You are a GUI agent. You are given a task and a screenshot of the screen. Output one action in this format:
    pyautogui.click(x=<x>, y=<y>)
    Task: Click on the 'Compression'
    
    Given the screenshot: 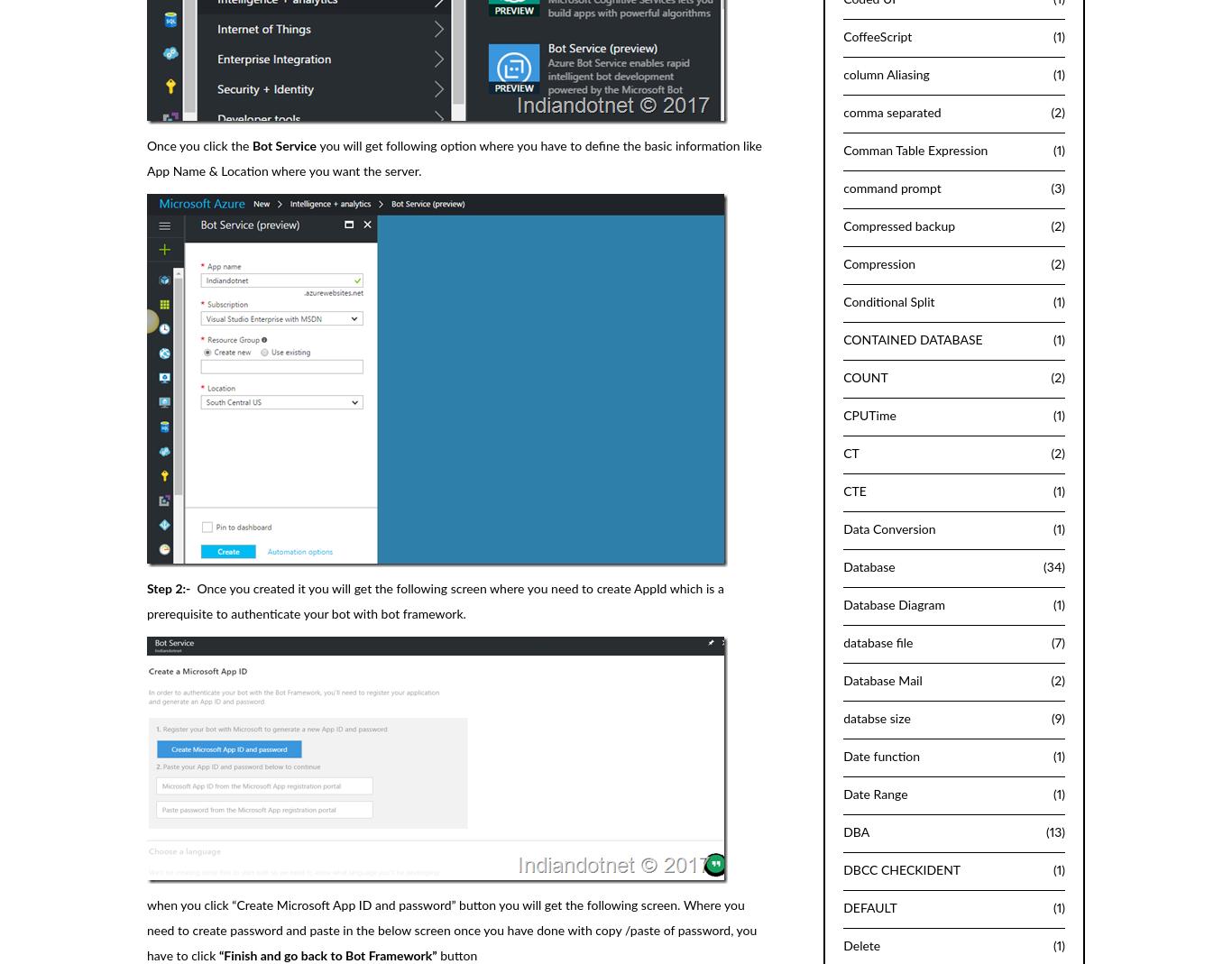 What is the action you would take?
    pyautogui.click(x=879, y=263)
    